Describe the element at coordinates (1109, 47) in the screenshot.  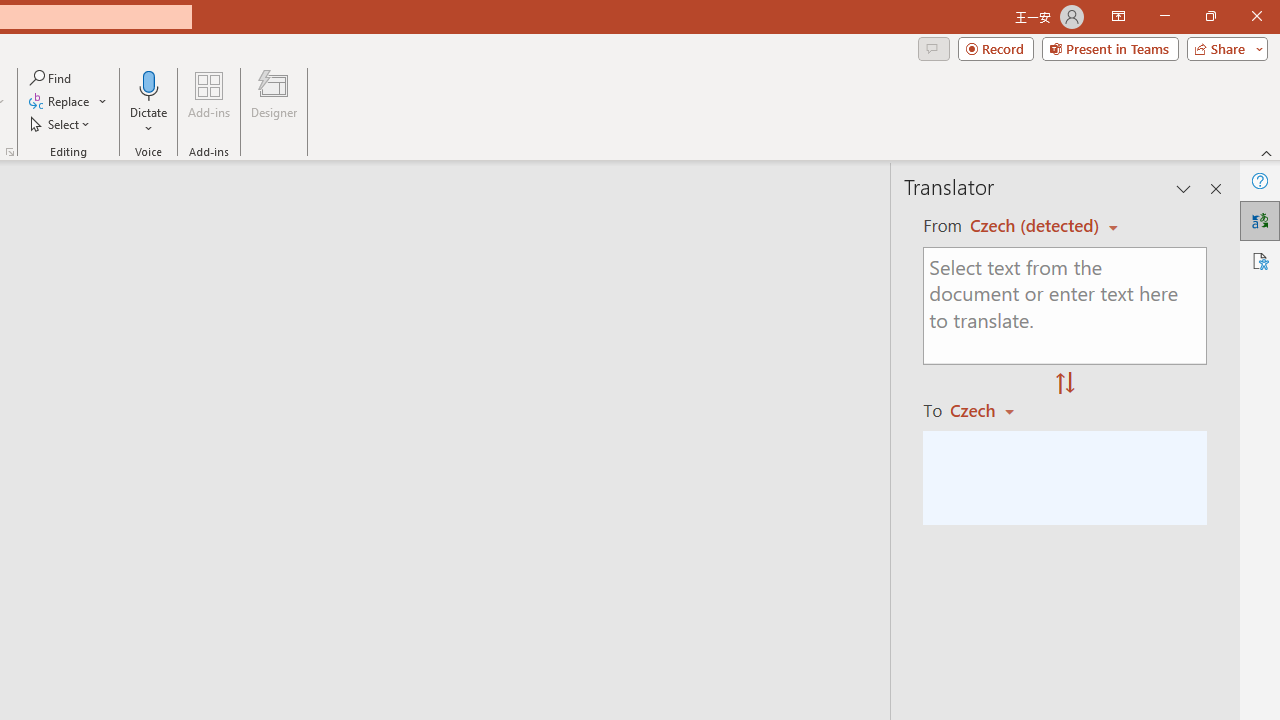
I see `'Present in Teams'` at that location.